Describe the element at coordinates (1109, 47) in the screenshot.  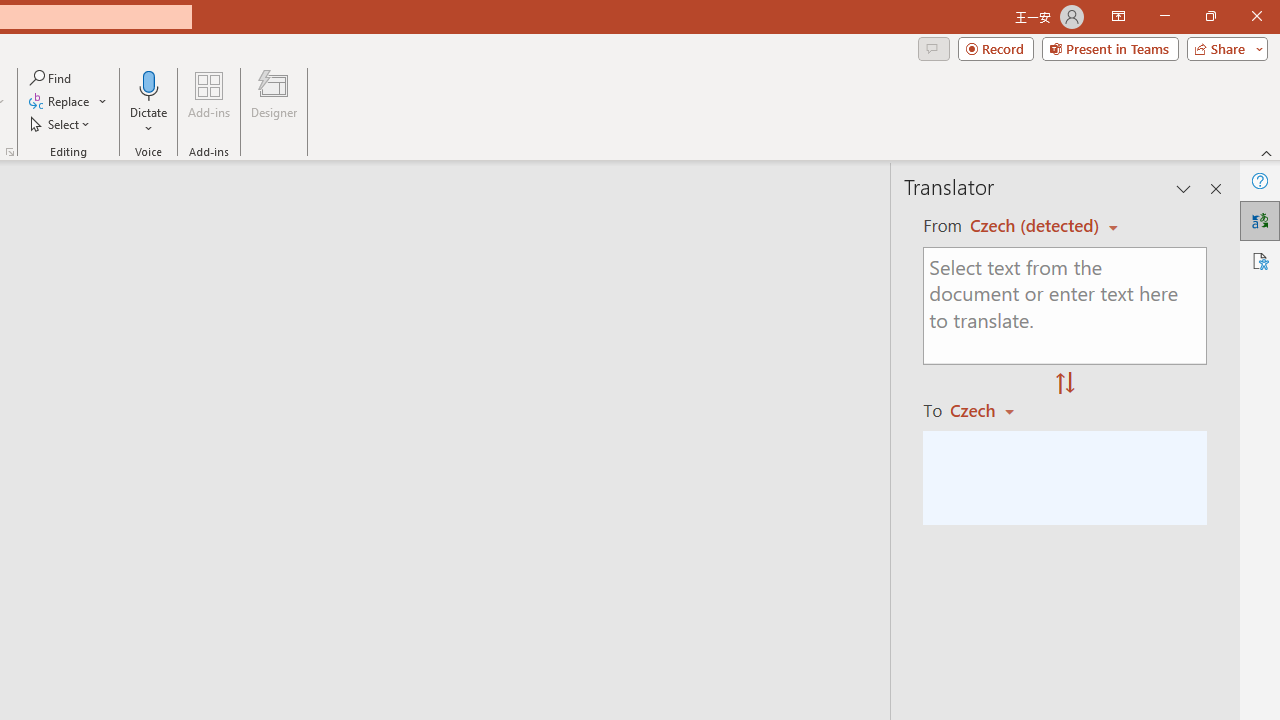
I see `'Present in Teams'` at that location.